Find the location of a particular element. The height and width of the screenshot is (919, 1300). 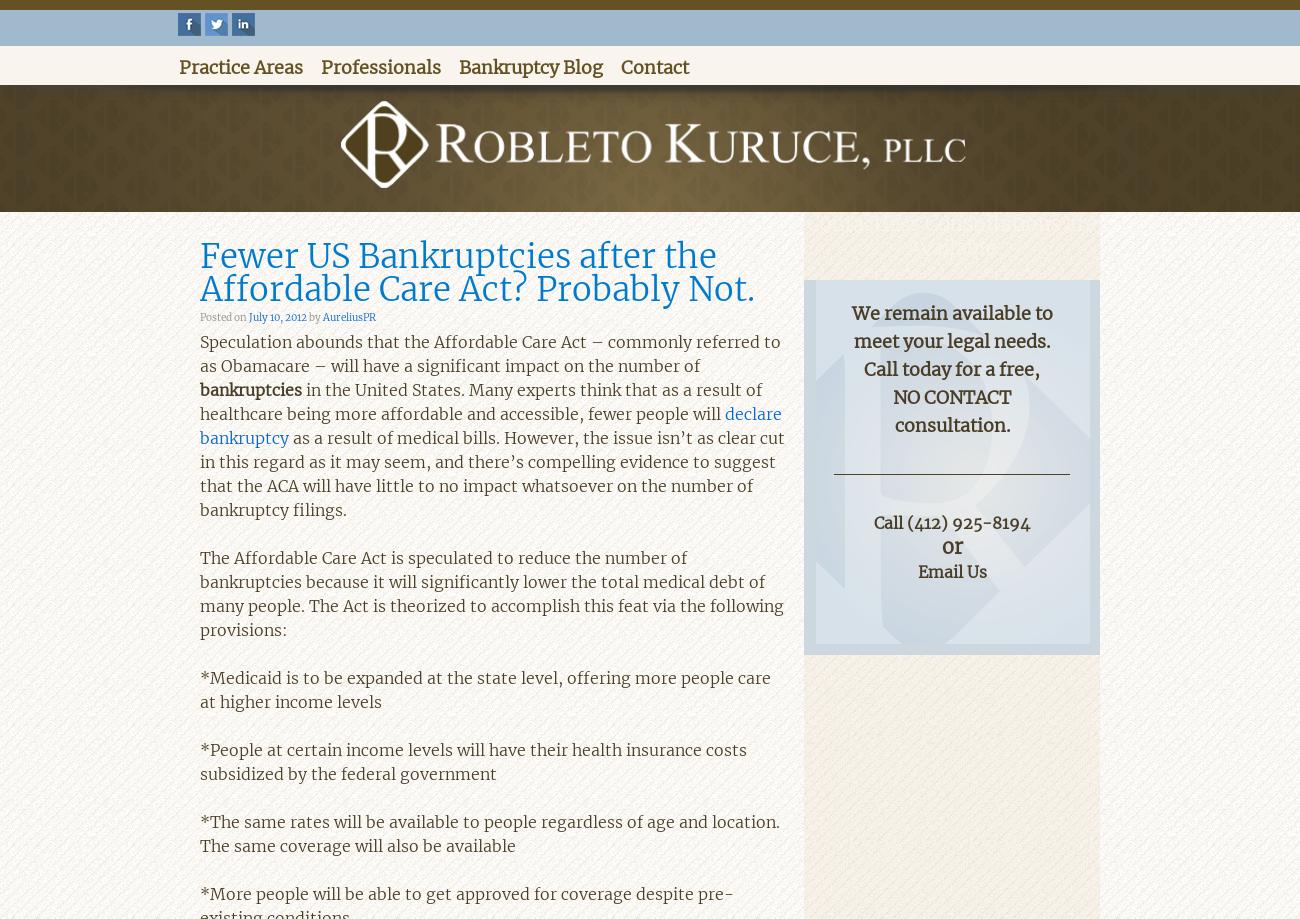

'Call' is located at coordinates (889, 520).